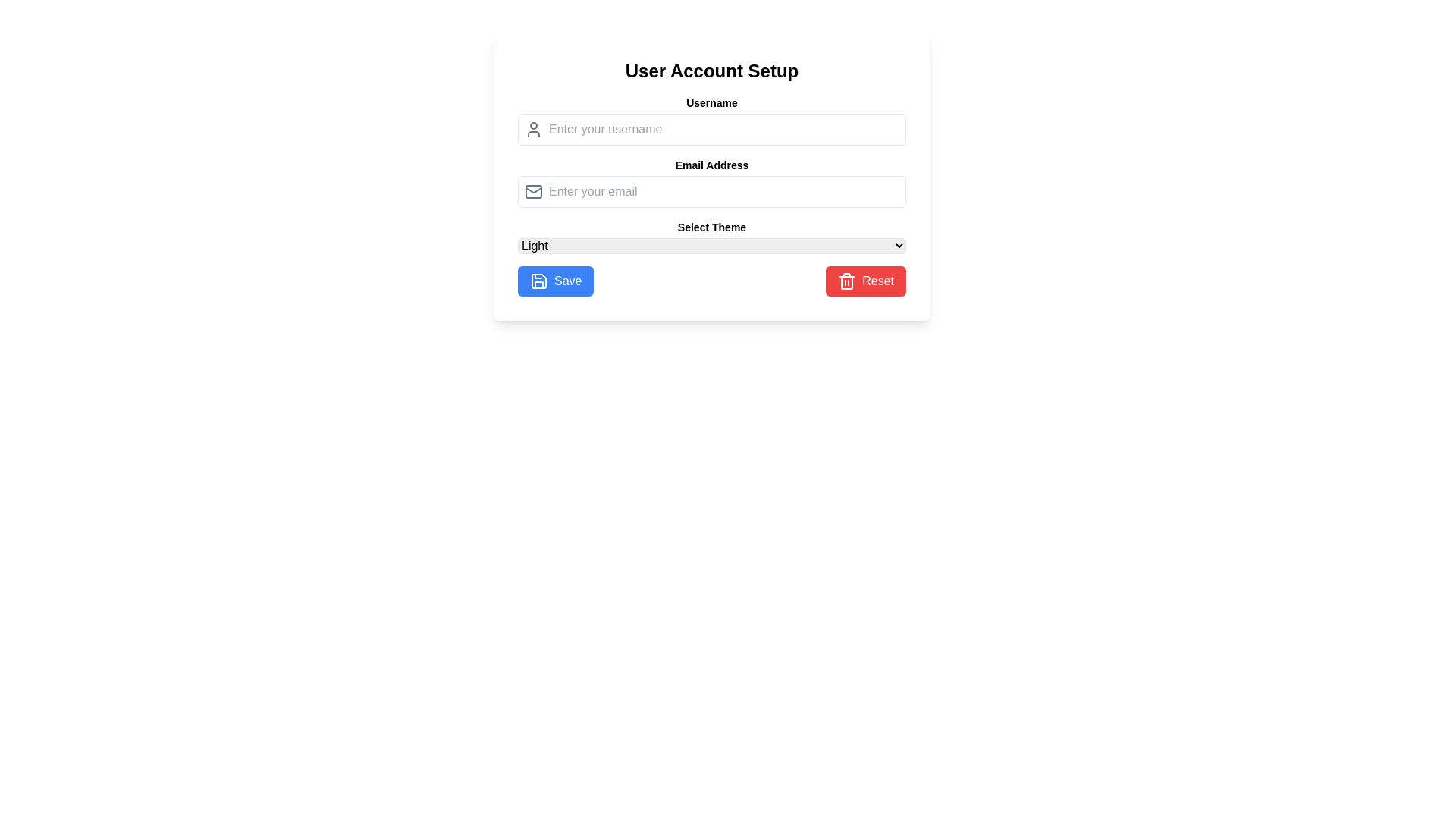 This screenshot has height=819, width=1456. Describe the element at coordinates (555, 281) in the screenshot. I see `the 'Save' button located at the bottom-left corner of the 'User Account Setup' section` at that location.